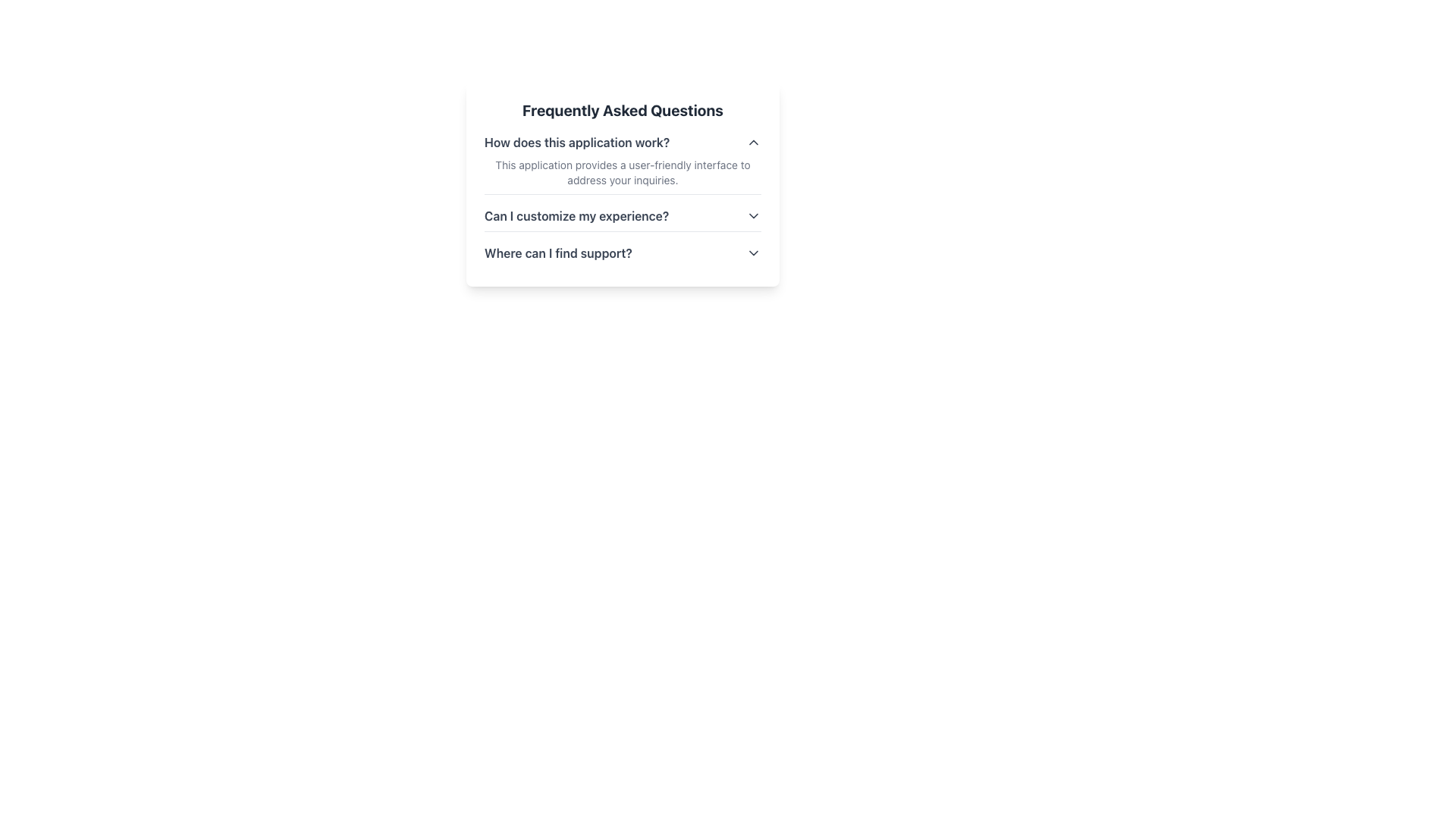 This screenshot has width=1456, height=819. Describe the element at coordinates (576, 143) in the screenshot. I see `text element that serves as a question or heading in the FAQ section, located at the top of the FAQ block` at that location.